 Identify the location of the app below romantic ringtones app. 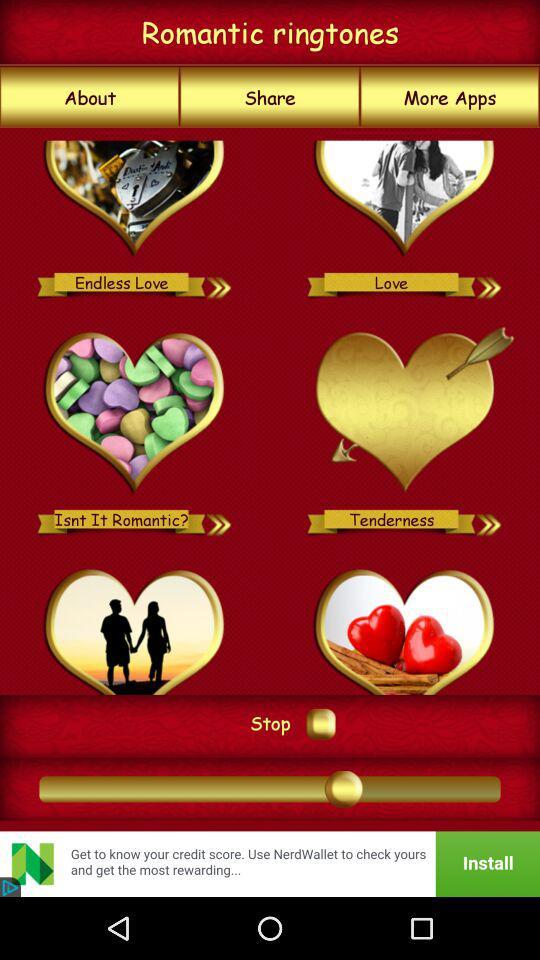
(270, 97).